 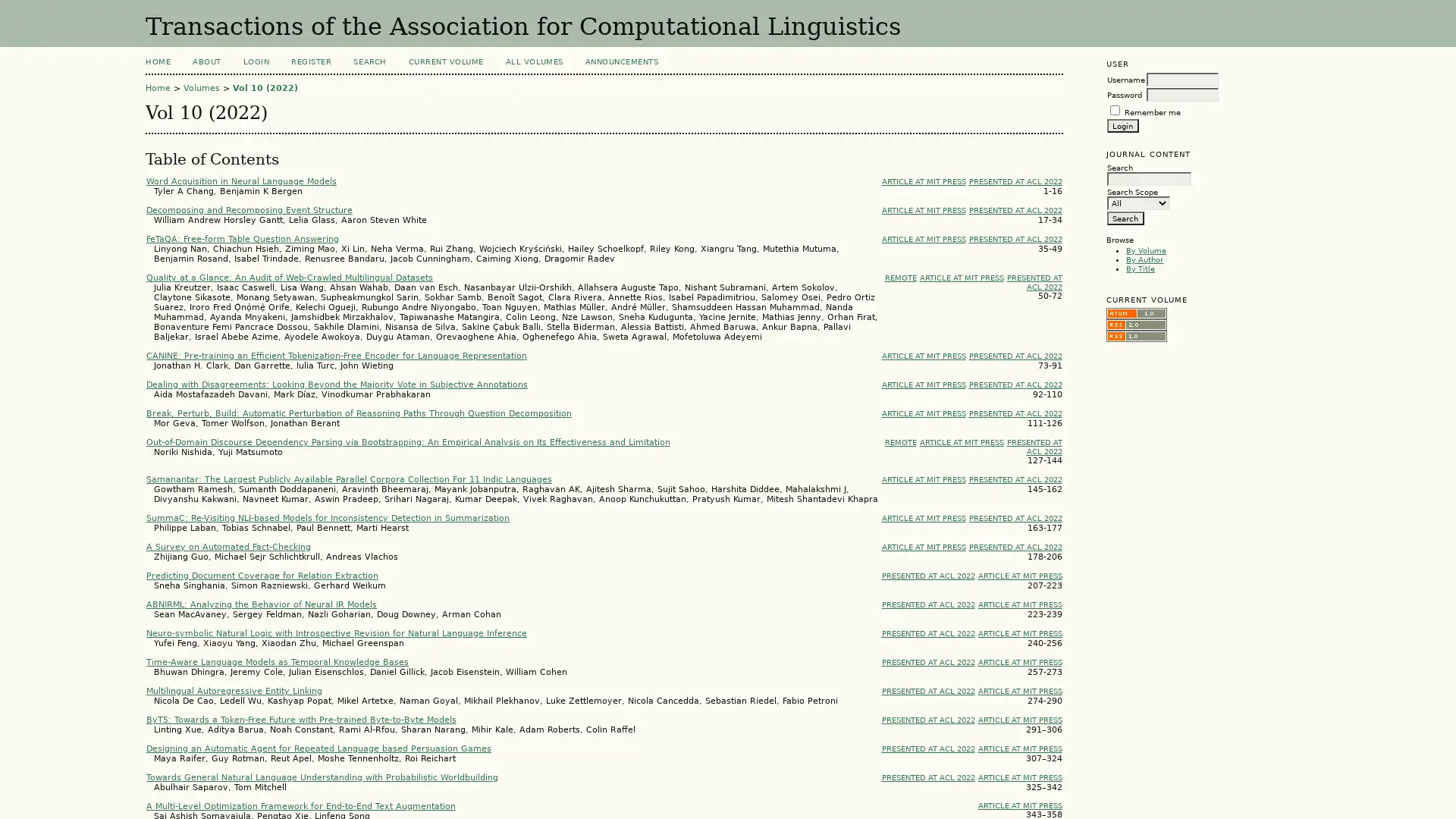 What do you see at coordinates (1122, 124) in the screenshot?
I see `Login` at bounding box center [1122, 124].